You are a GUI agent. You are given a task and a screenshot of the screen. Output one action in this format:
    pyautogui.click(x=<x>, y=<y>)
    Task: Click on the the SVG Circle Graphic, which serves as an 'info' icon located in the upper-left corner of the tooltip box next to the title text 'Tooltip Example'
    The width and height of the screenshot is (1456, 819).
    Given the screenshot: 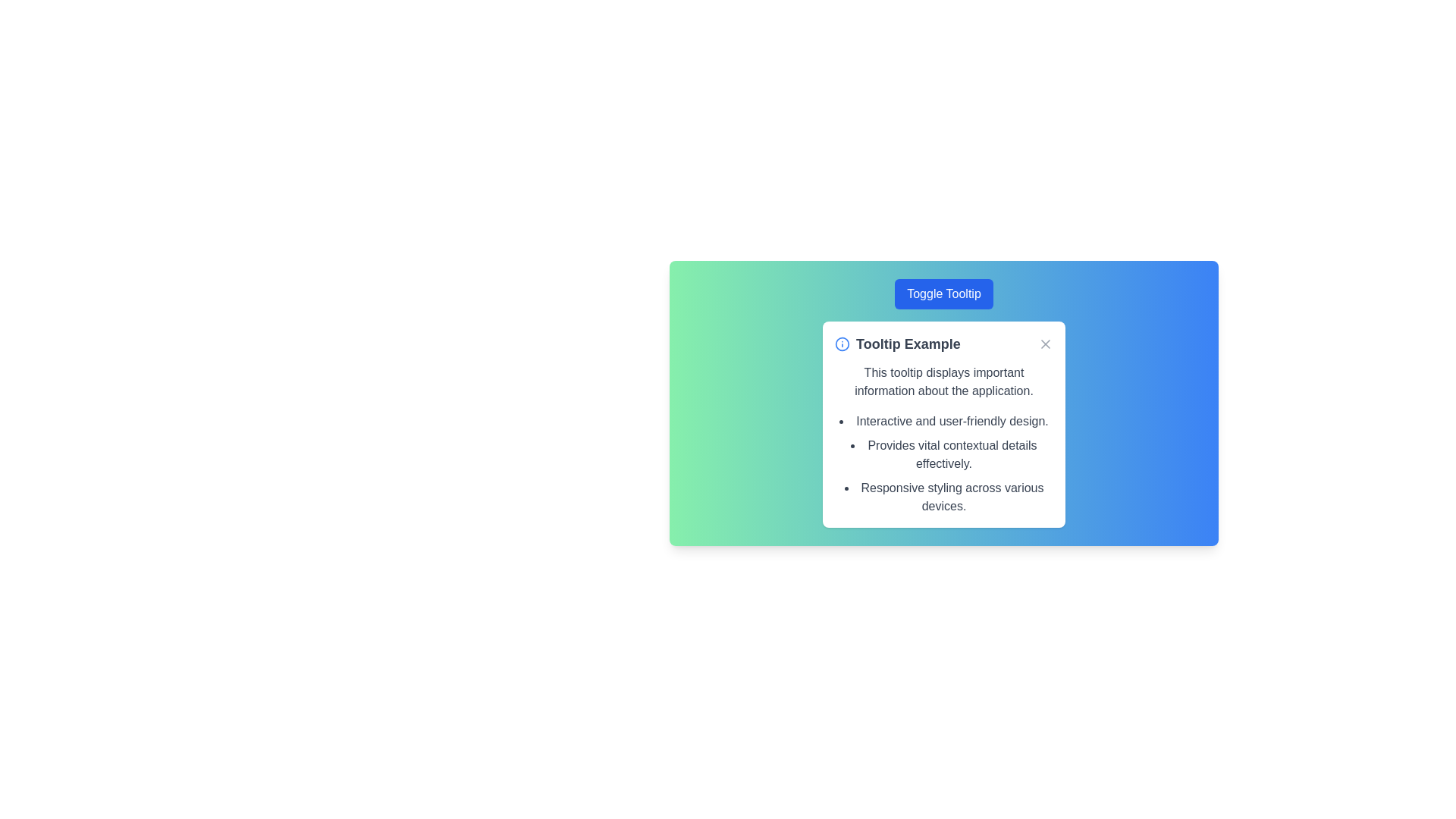 What is the action you would take?
    pyautogui.click(x=841, y=344)
    